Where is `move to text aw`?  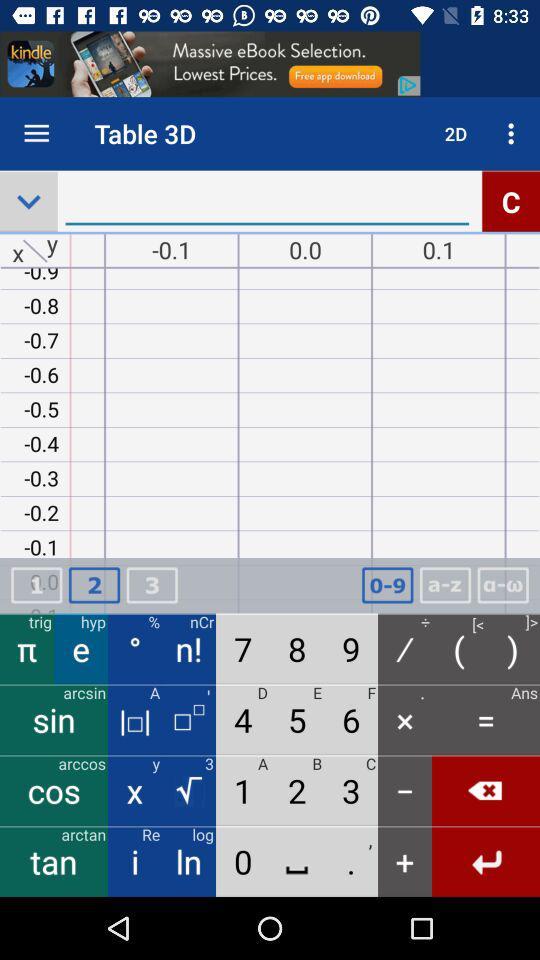 move to text aw is located at coordinates (502, 585).